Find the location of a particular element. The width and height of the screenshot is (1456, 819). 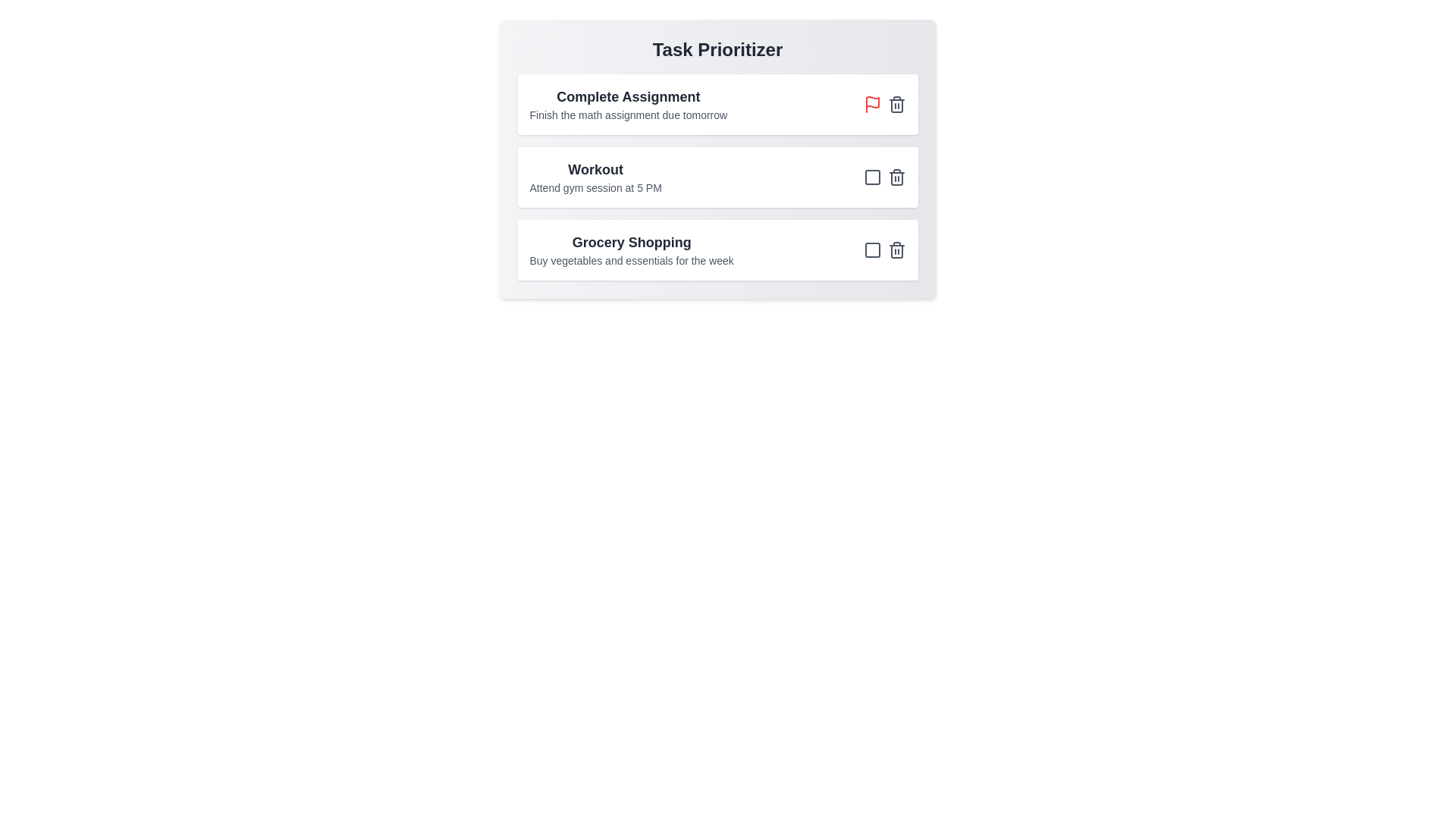

the task description text for Complete Assignment is located at coordinates (628, 114).